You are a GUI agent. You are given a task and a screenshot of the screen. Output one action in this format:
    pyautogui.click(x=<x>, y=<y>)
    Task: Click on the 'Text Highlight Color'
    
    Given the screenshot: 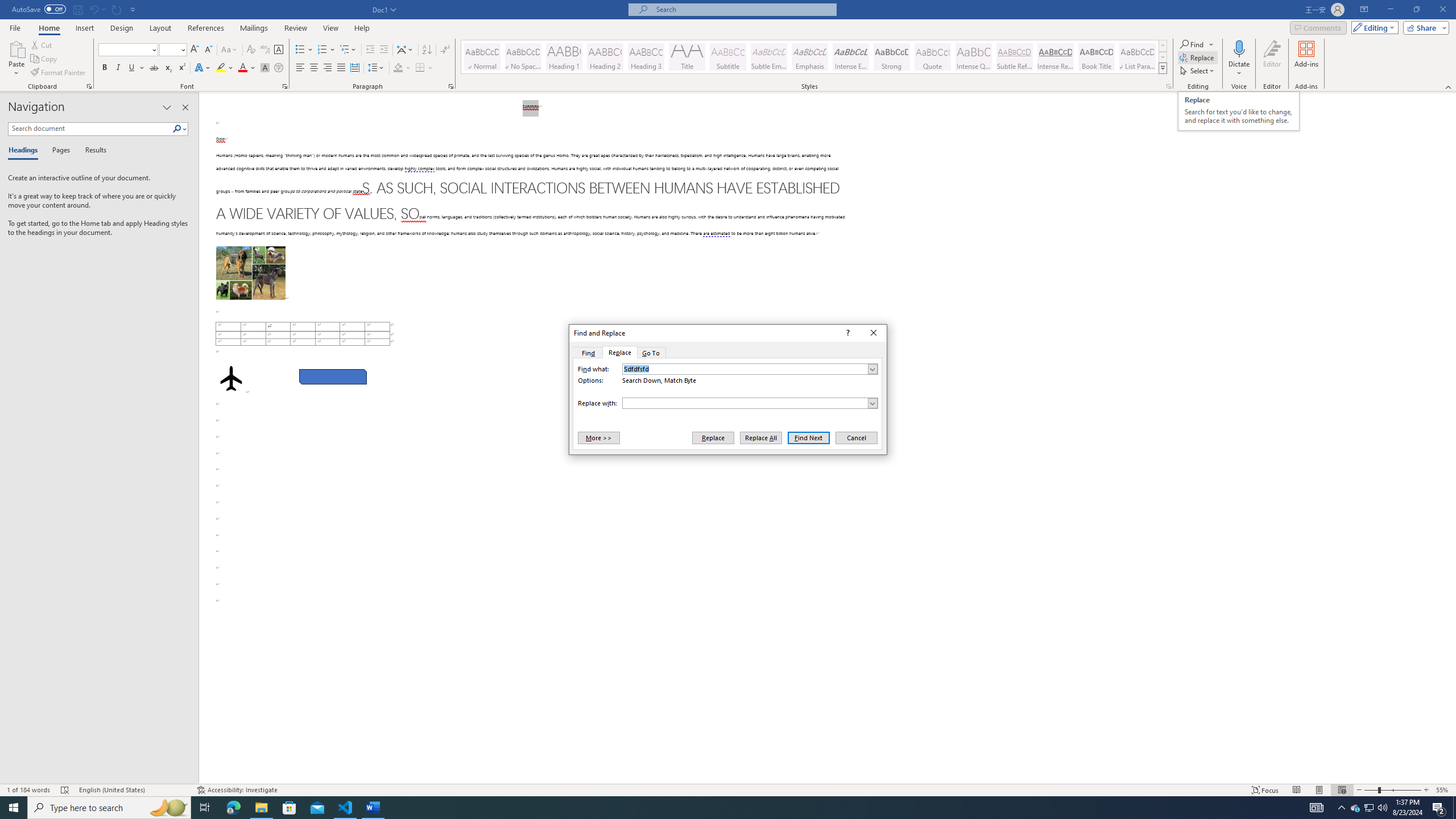 What is the action you would take?
    pyautogui.click(x=225, y=67)
    